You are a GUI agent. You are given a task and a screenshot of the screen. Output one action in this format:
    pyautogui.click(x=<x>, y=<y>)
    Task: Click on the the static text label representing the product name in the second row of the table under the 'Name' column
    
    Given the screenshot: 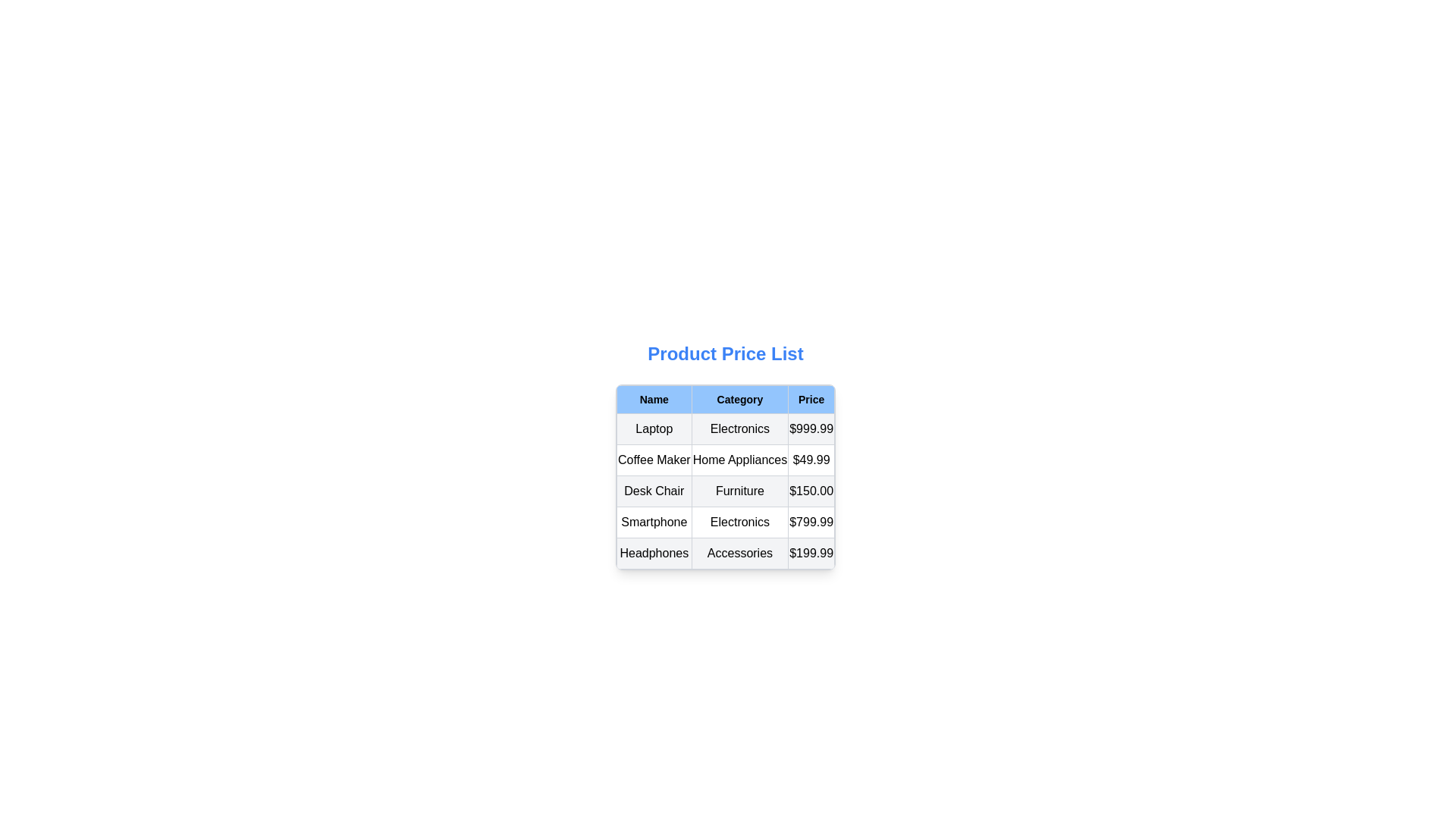 What is the action you would take?
    pyautogui.click(x=654, y=459)
    